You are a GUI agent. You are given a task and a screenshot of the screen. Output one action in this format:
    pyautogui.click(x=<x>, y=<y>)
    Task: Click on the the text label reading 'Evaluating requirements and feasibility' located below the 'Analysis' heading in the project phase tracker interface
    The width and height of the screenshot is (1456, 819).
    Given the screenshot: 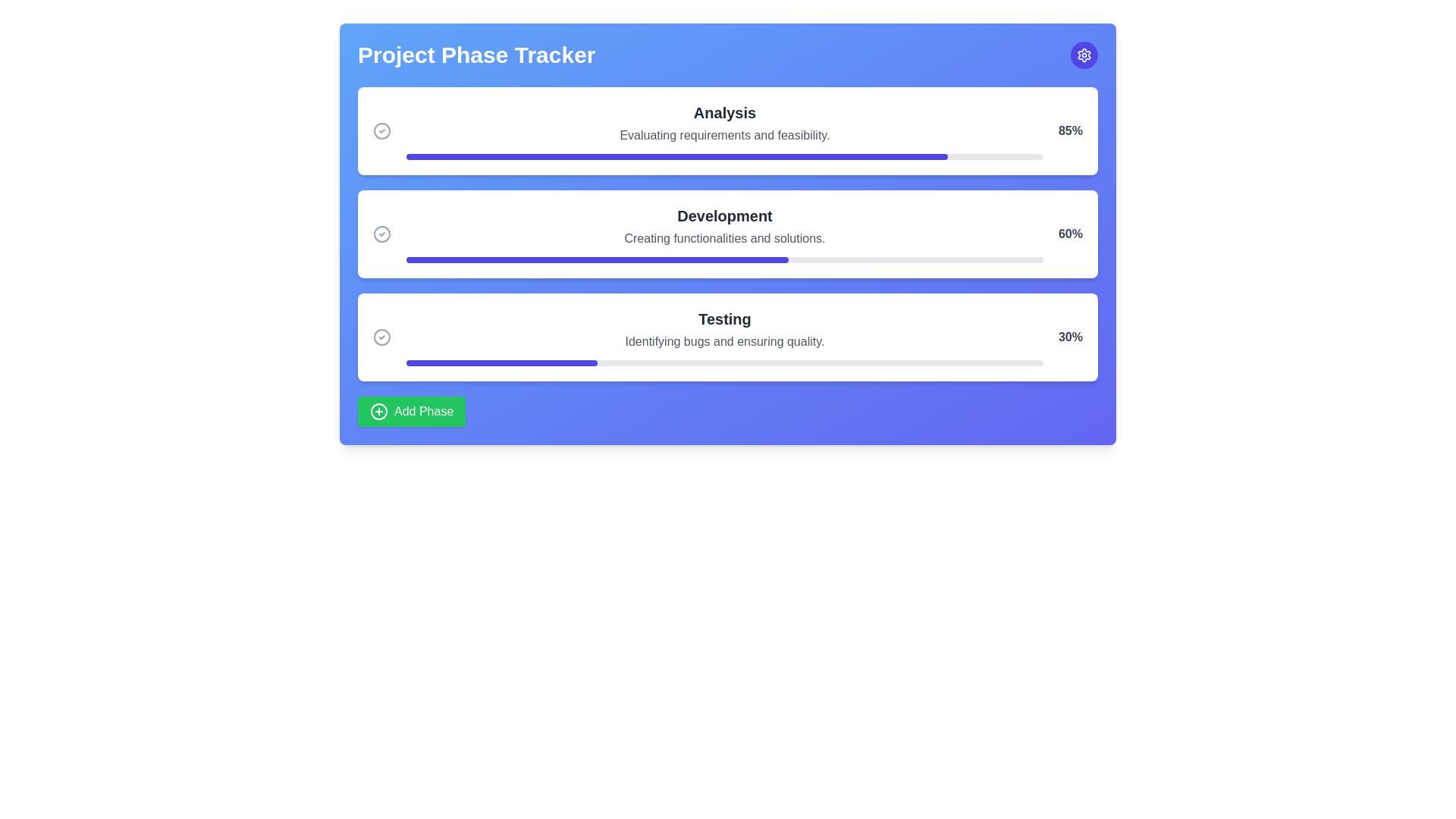 What is the action you would take?
    pyautogui.click(x=723, y=134)
    